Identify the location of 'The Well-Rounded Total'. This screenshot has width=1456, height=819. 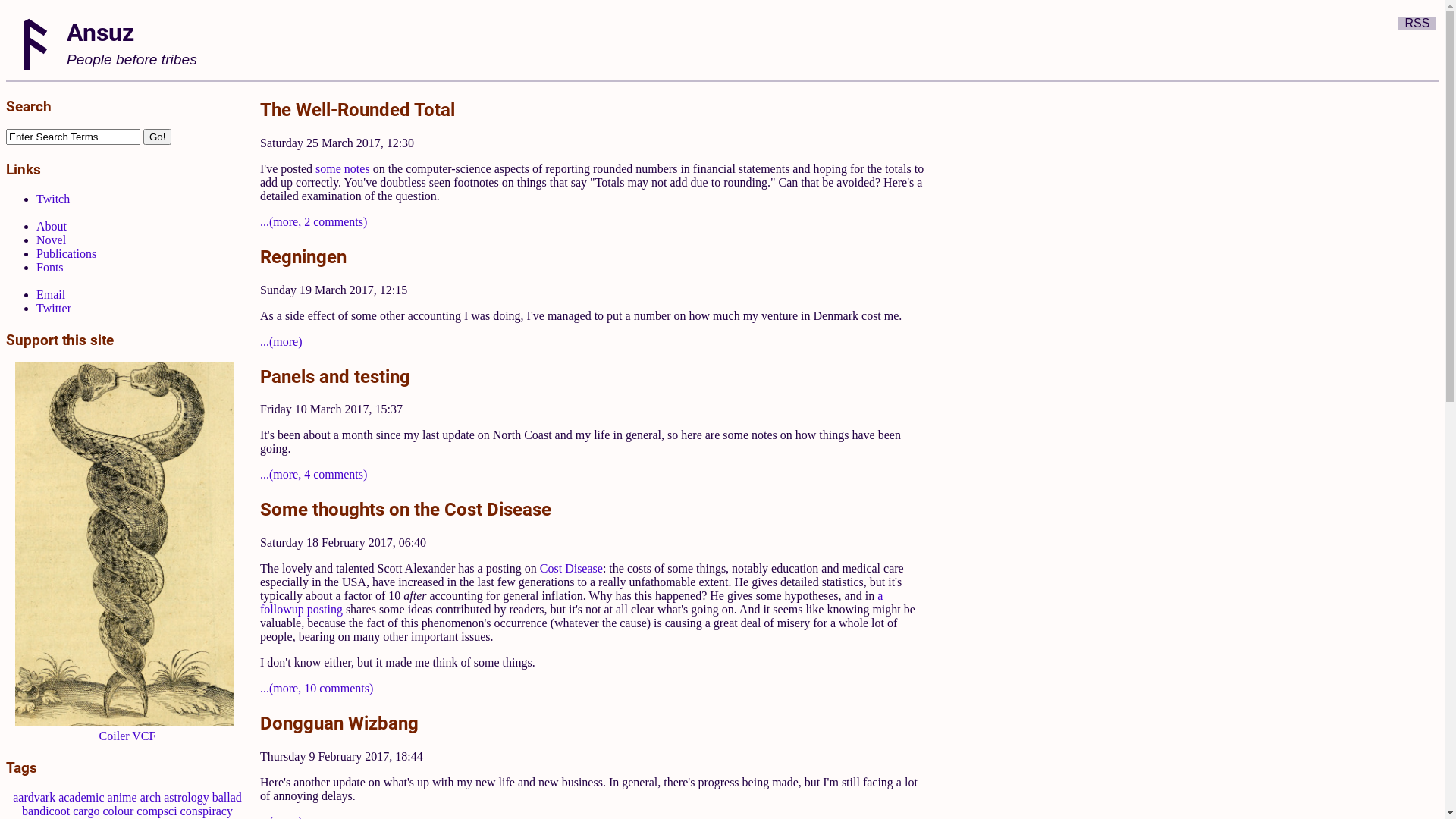
(356, 108).